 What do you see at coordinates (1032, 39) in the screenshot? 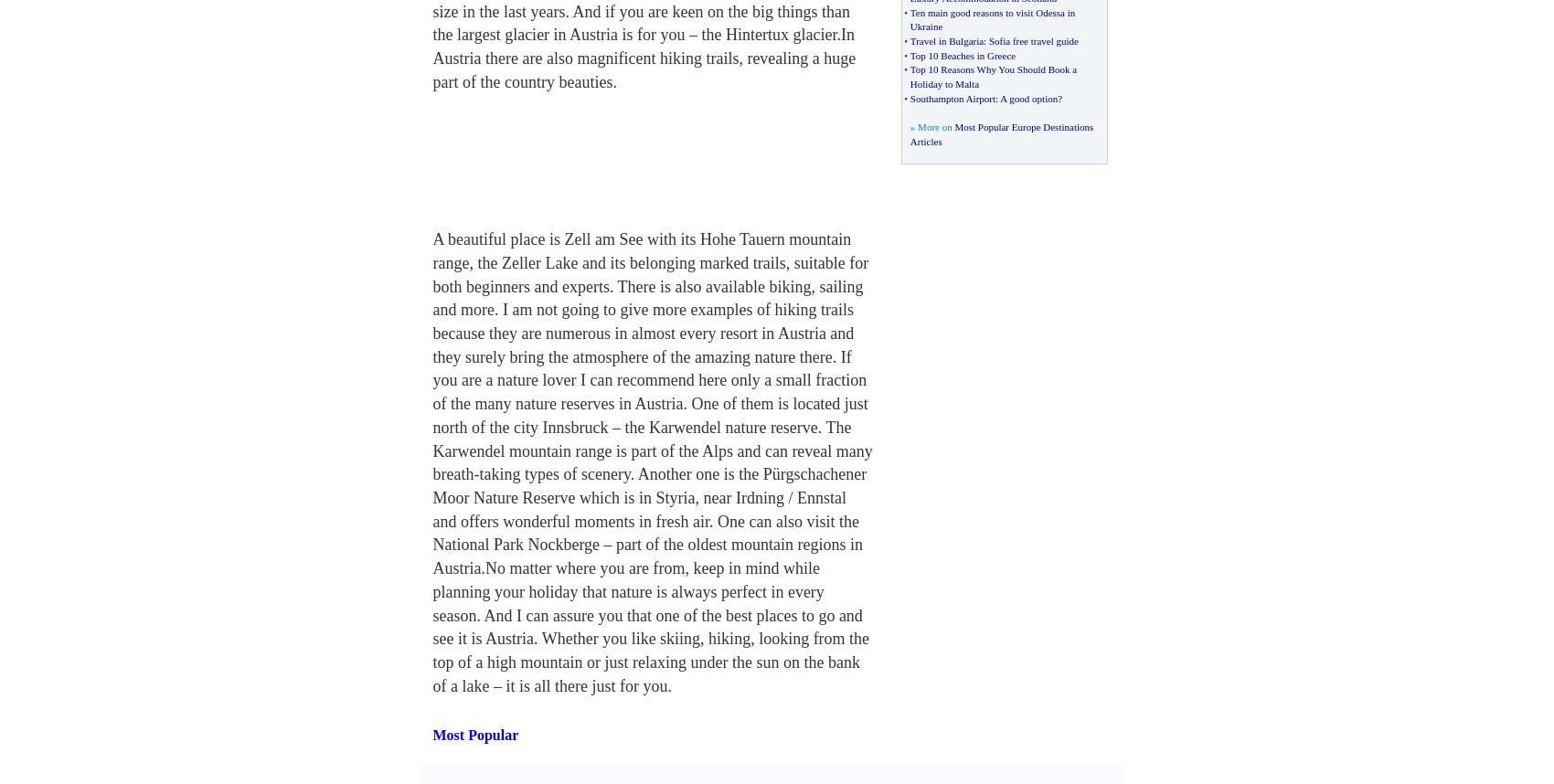
I see `'Sofia free travel guide'` at bounding box center [1032, 39].